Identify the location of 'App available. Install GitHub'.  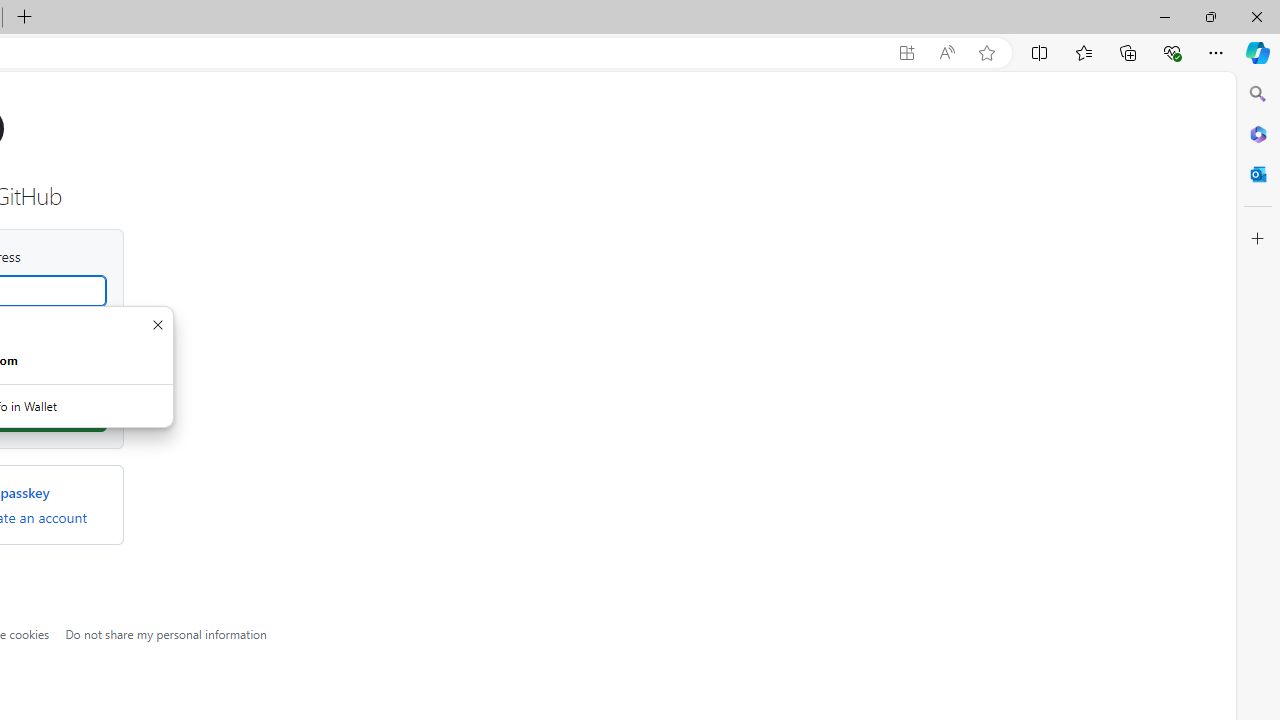
(905, 52).